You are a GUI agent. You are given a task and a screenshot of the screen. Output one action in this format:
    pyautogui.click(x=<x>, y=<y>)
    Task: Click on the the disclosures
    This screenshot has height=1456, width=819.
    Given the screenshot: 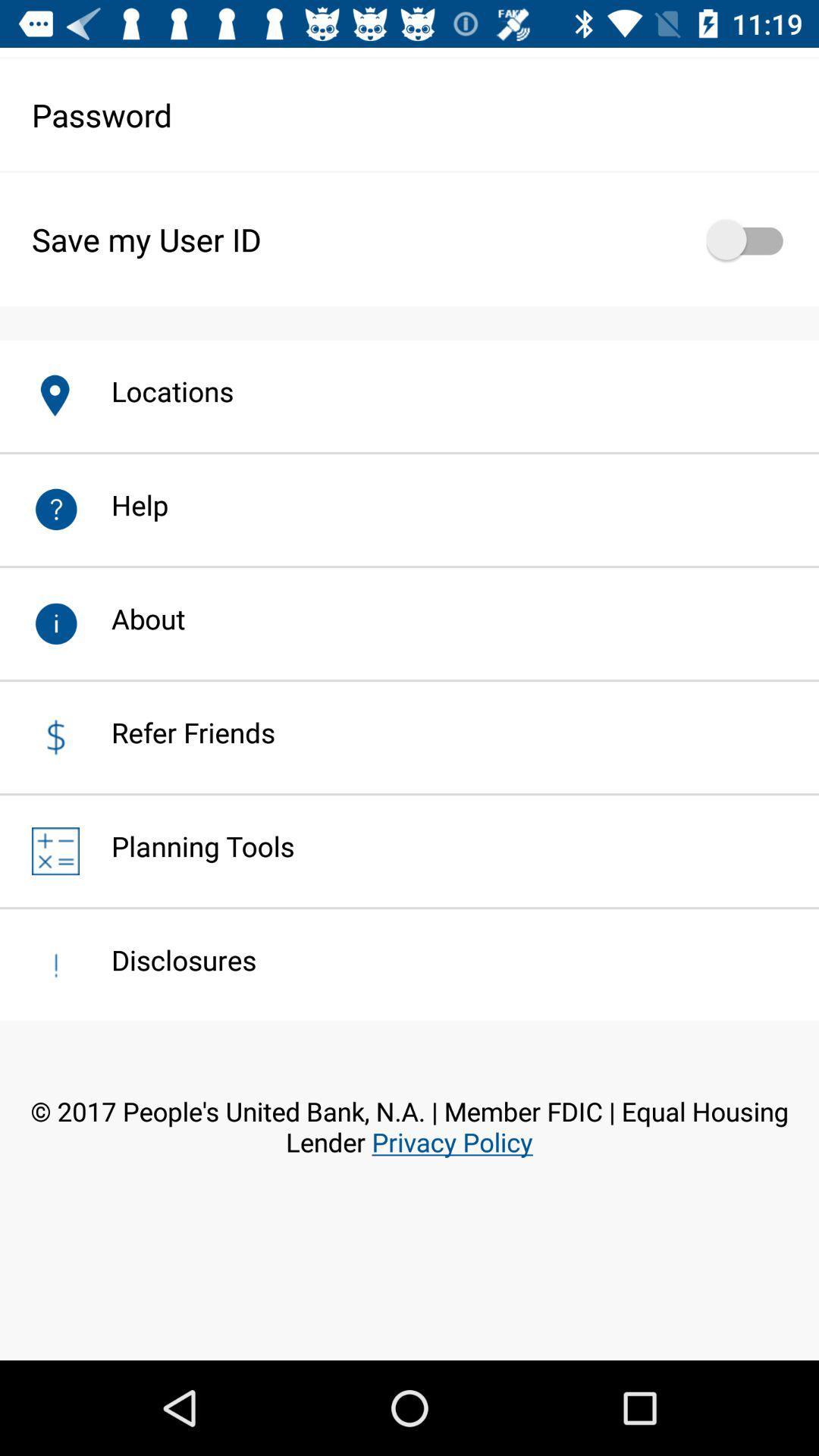 What is the action you would take?
    pyautogui.click(x=168, y=959)
    